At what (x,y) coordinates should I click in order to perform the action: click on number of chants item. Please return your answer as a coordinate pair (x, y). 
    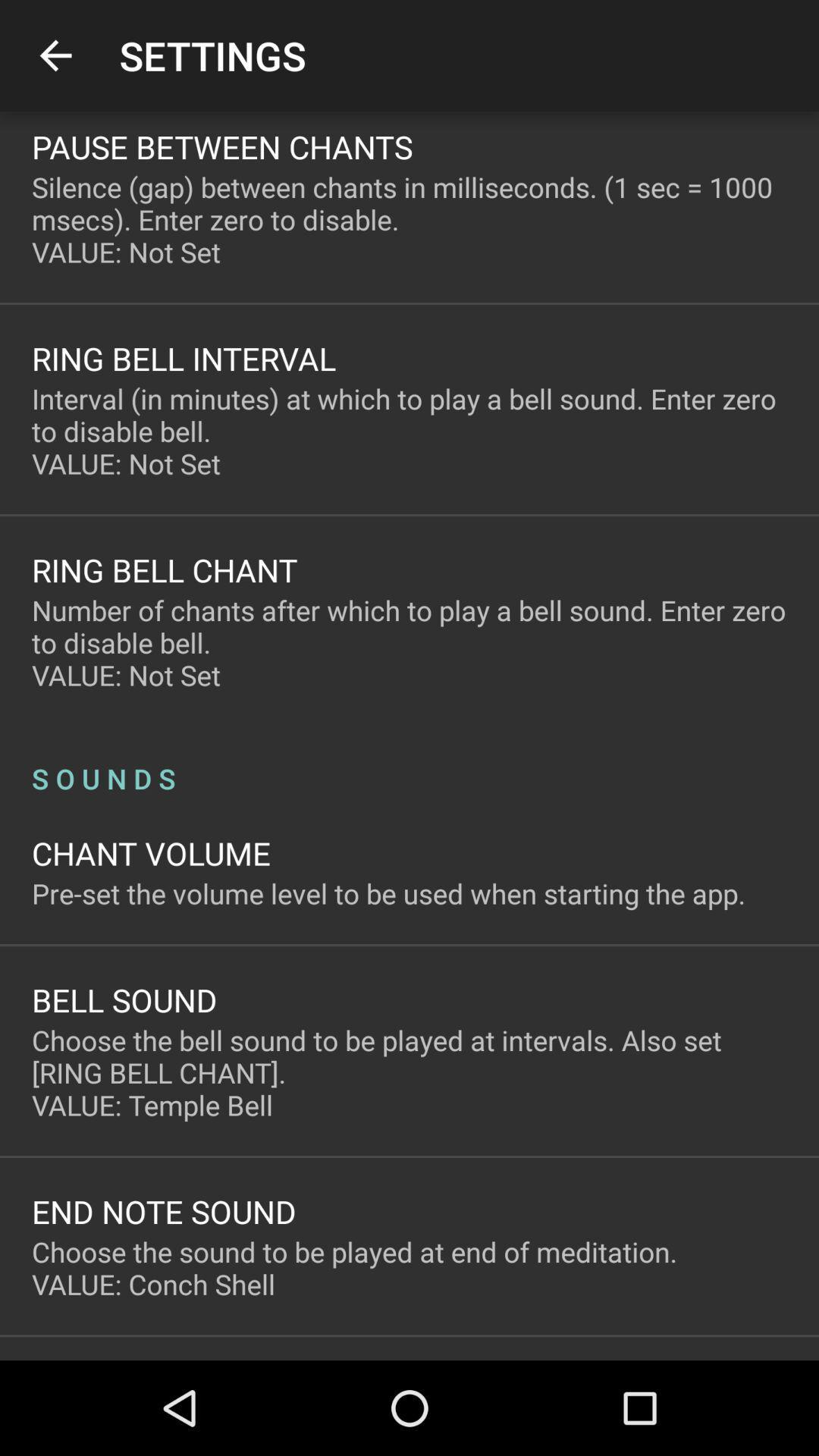
    Looking at the image, I should click on (409, 642).